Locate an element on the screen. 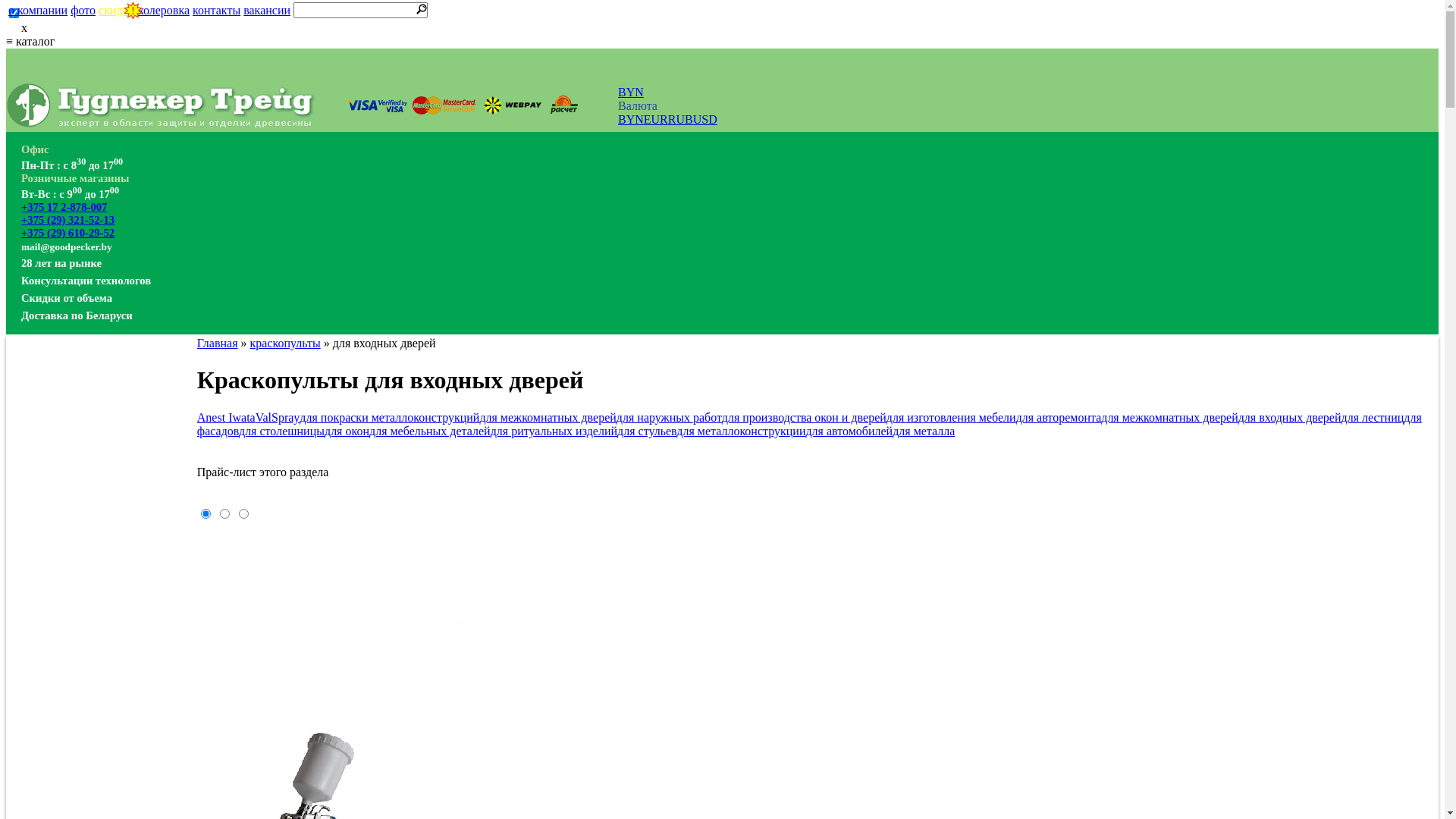  'BYN' is located at coordinates (618, 92).